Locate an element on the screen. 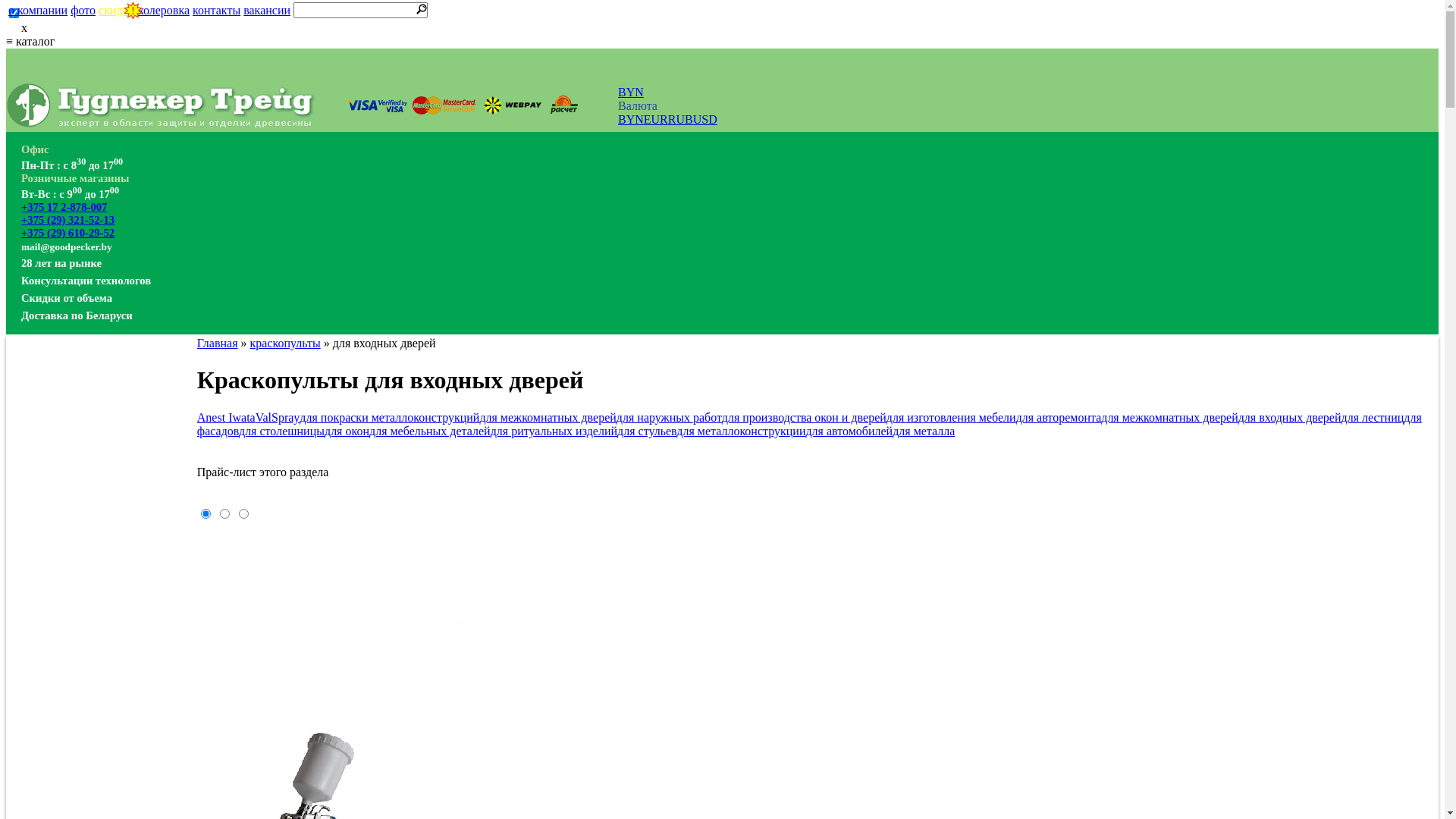  'BYN' is located at coordinates (618, 92).